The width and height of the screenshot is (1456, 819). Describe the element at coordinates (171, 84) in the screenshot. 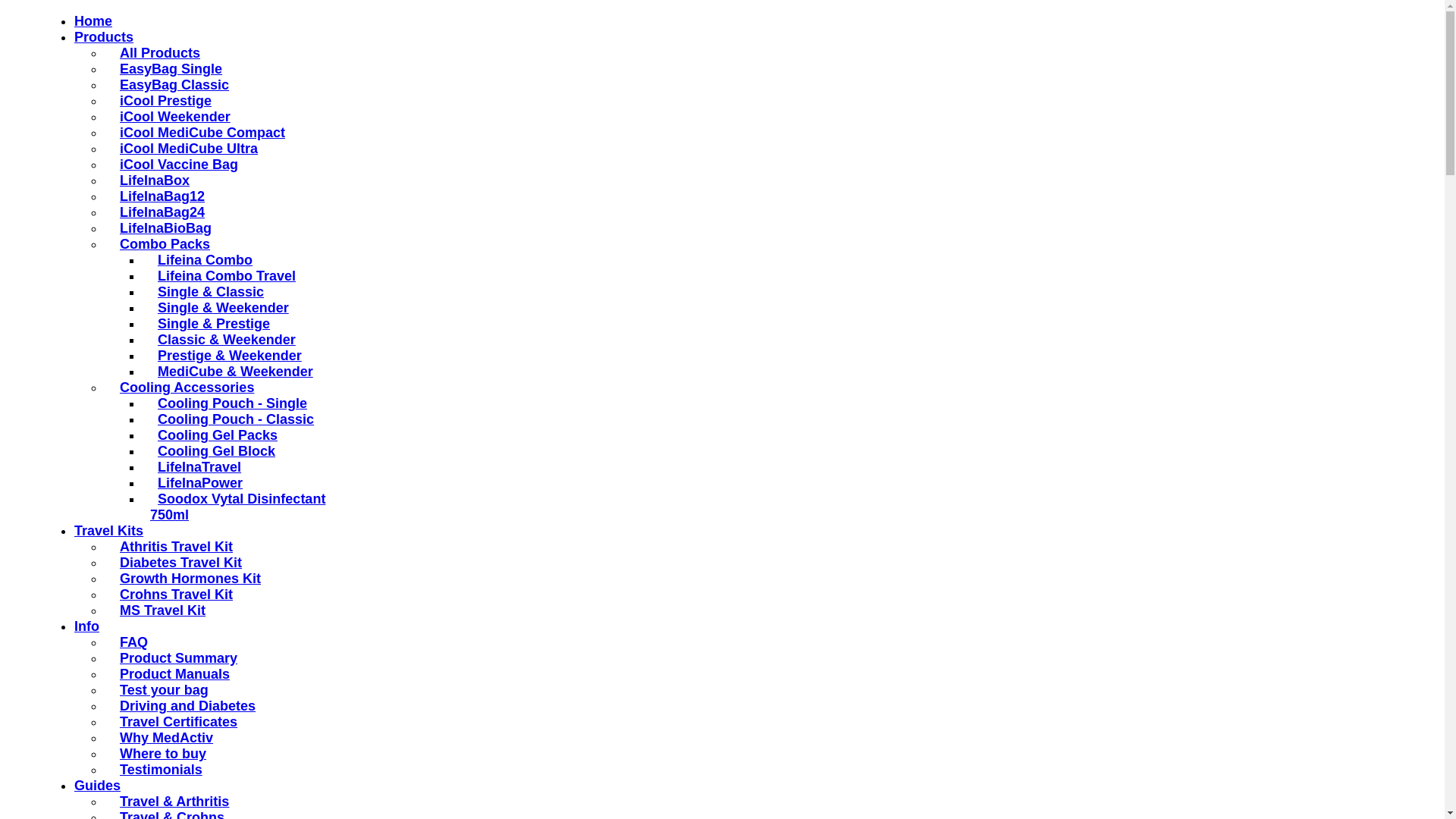

I see `'EasyBag Classic'` at that location.